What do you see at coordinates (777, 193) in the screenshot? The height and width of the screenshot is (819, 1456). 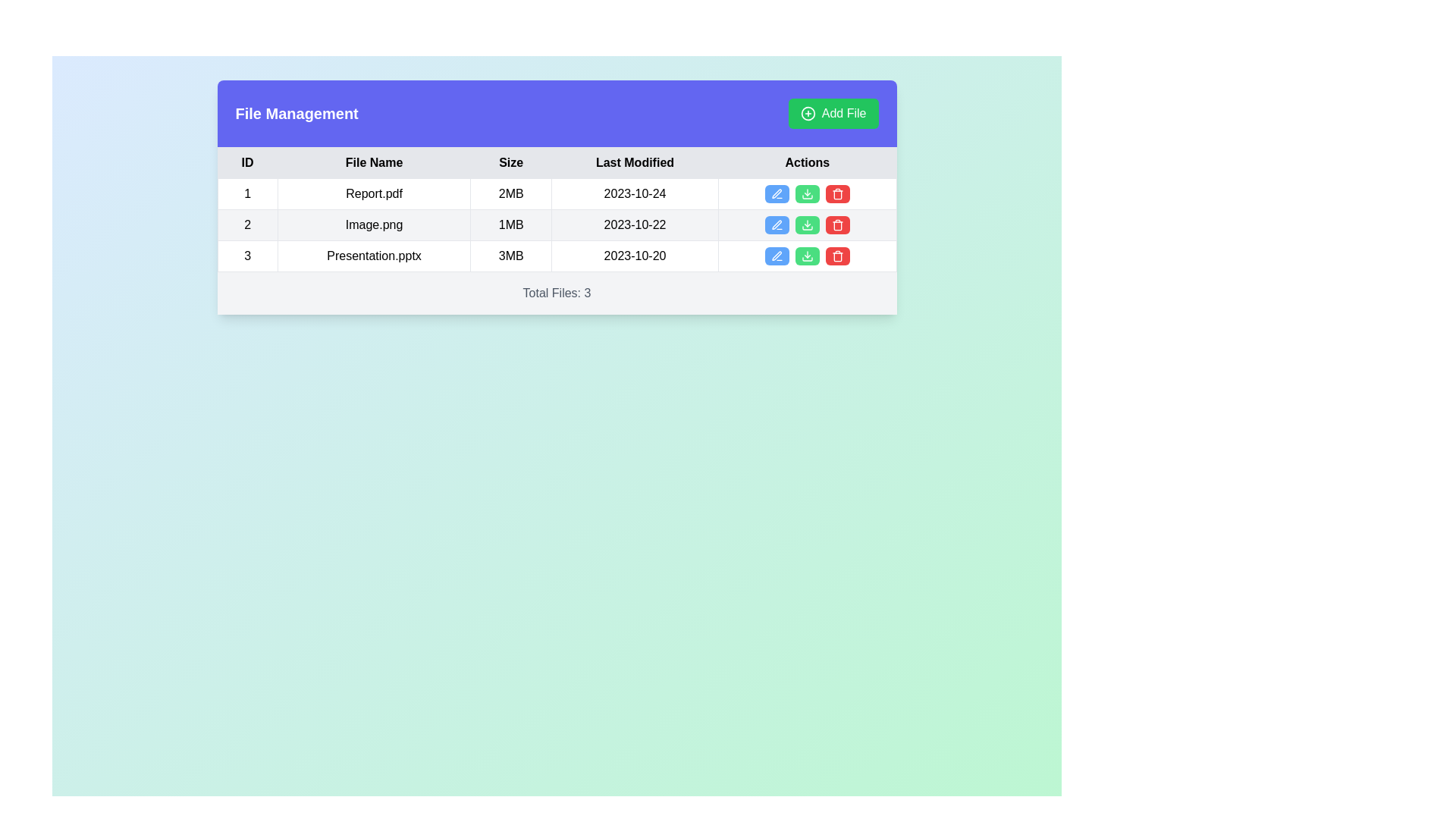 I see `the small rectangular blue button with rounded corners that contains a pen icon, located in the 'Actions' column of the first row of the table` at bounding box center [777, 193].